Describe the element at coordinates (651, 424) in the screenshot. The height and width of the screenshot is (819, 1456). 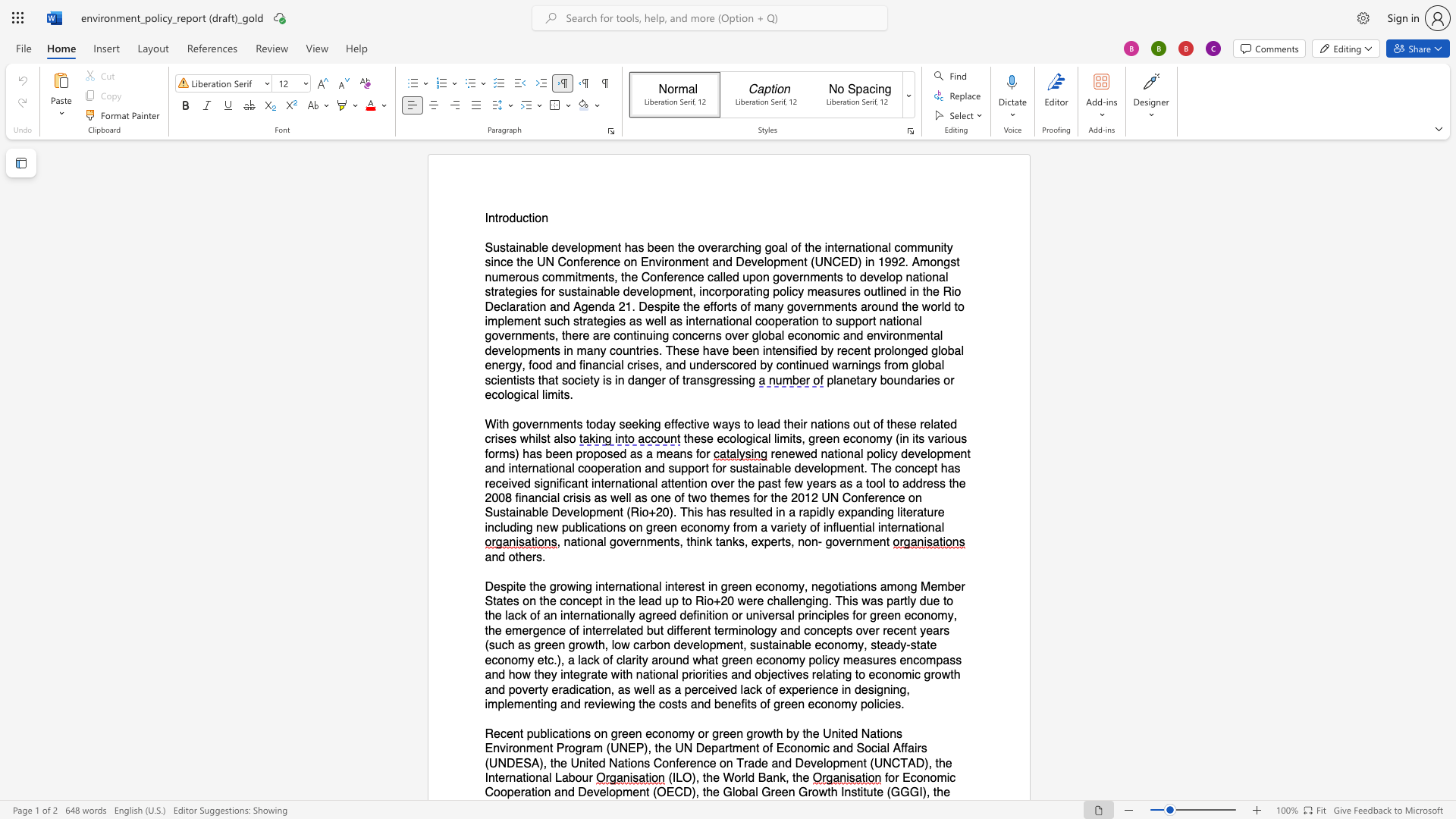
I see `the 3th character "n" in the text` at that location.